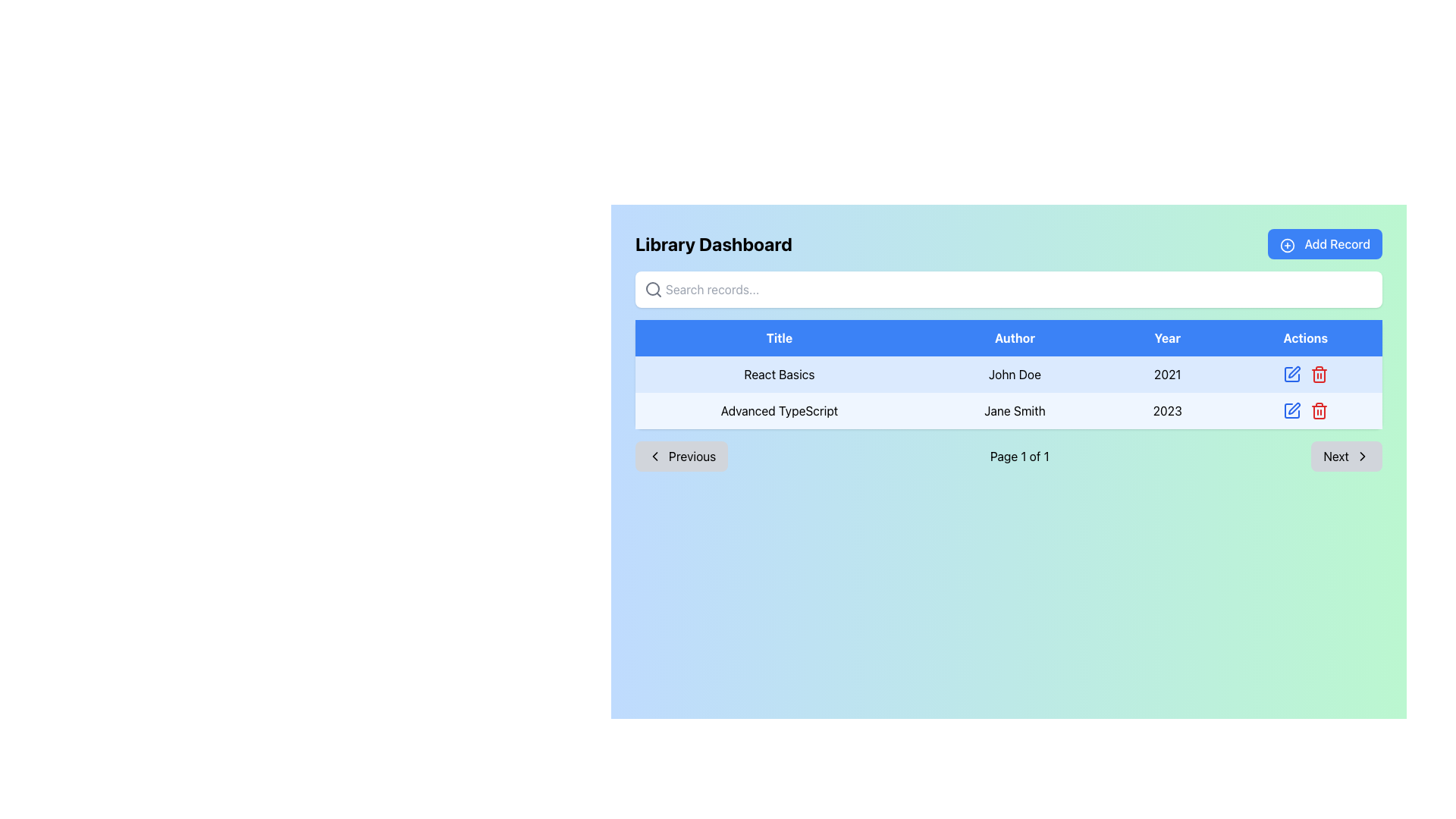 Image resolution: width=1456 pixels, height=819 pixels. I want to click on the 'Add New Record' button located at the top-right corner of the interface, so click(1324, 243).